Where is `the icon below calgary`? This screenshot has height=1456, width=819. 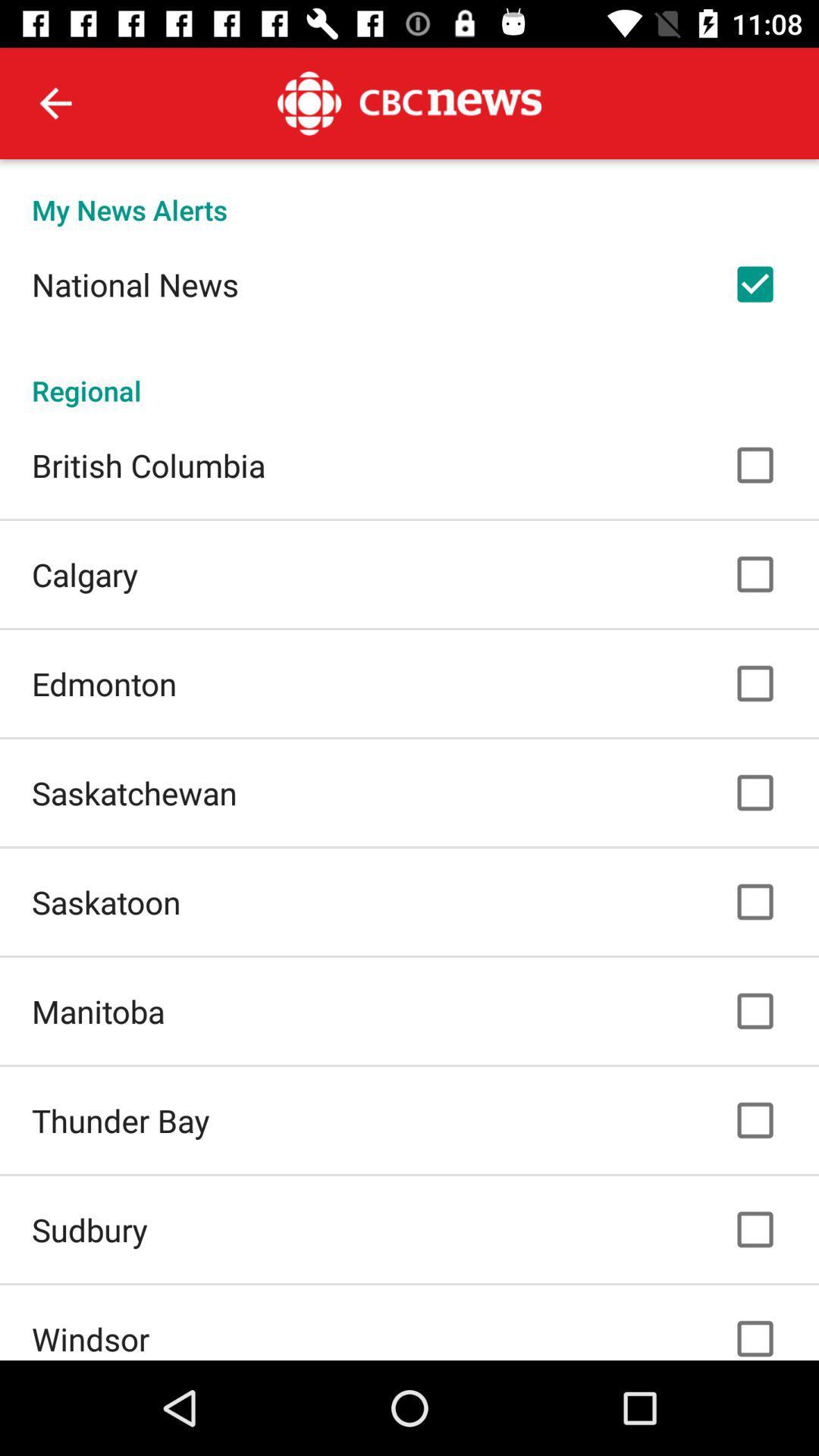 the icon below calgary is located at coordinates (103, 682).